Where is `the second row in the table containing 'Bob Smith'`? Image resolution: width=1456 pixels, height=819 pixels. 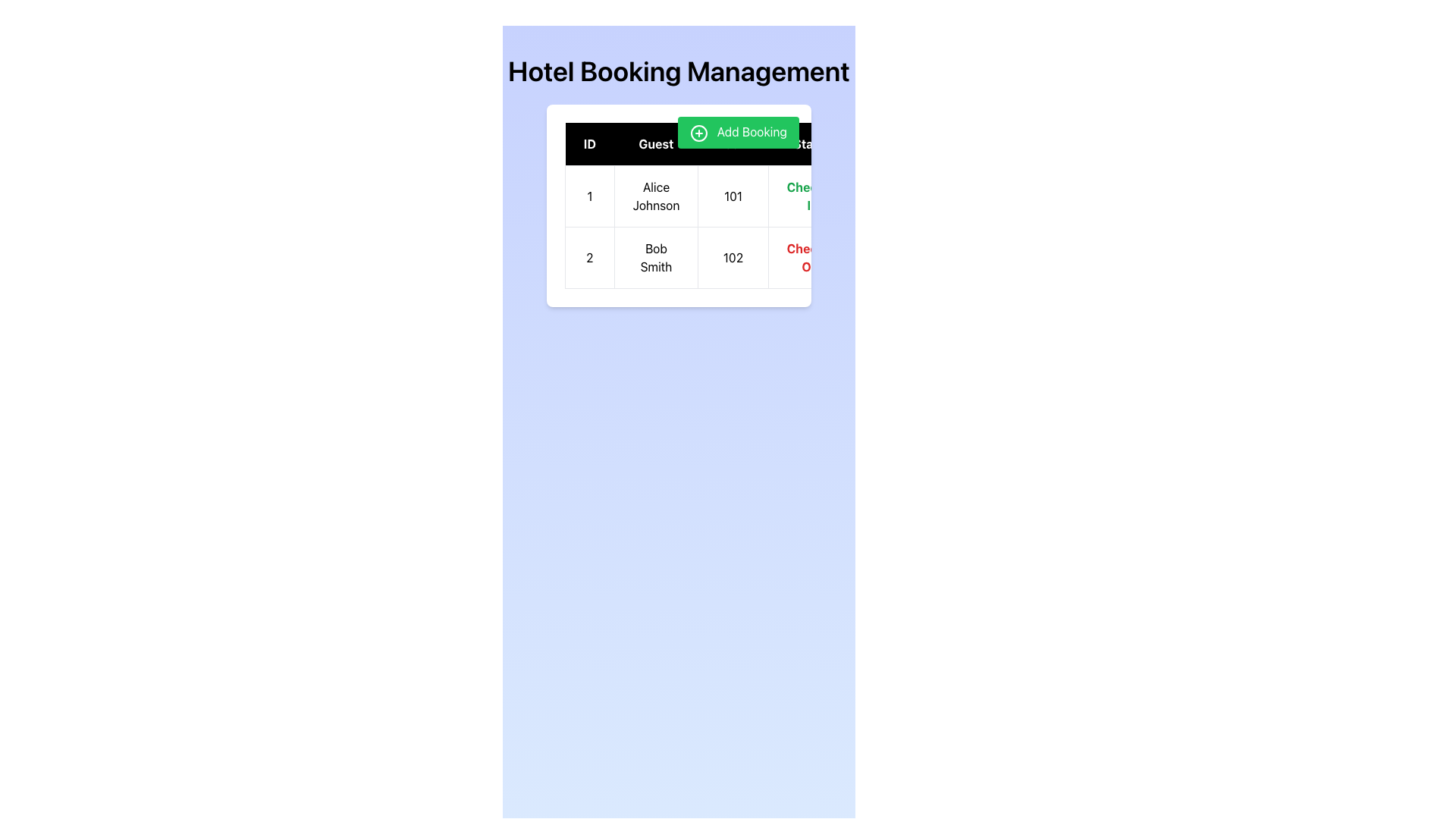 the second row in the table containing 'Bob Smith' is located at coordinates (753, 256).